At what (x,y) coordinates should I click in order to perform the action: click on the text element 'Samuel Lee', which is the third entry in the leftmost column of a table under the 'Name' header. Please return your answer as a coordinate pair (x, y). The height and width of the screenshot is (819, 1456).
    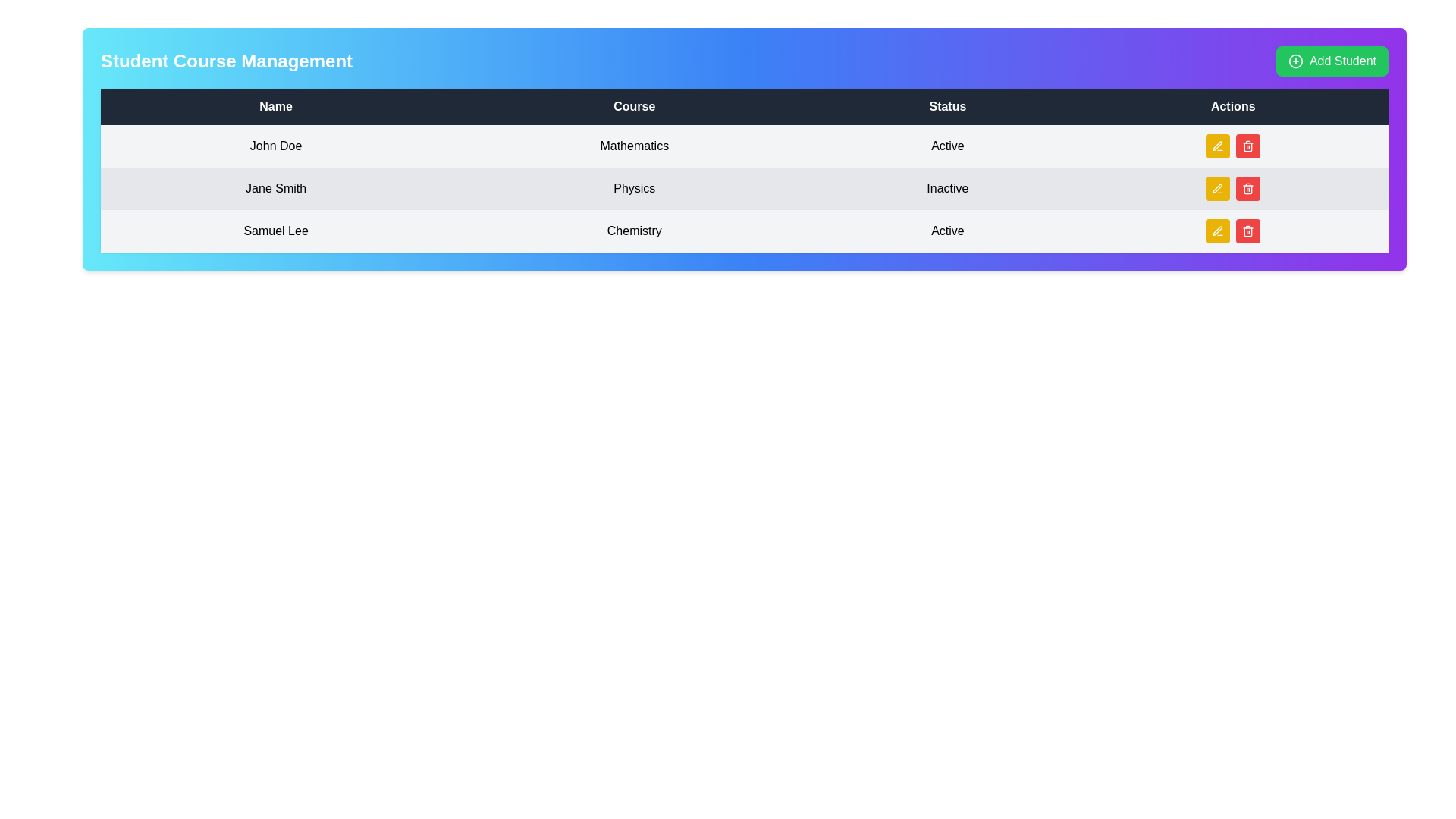
    Looking at the image, I should click on (276, 231).